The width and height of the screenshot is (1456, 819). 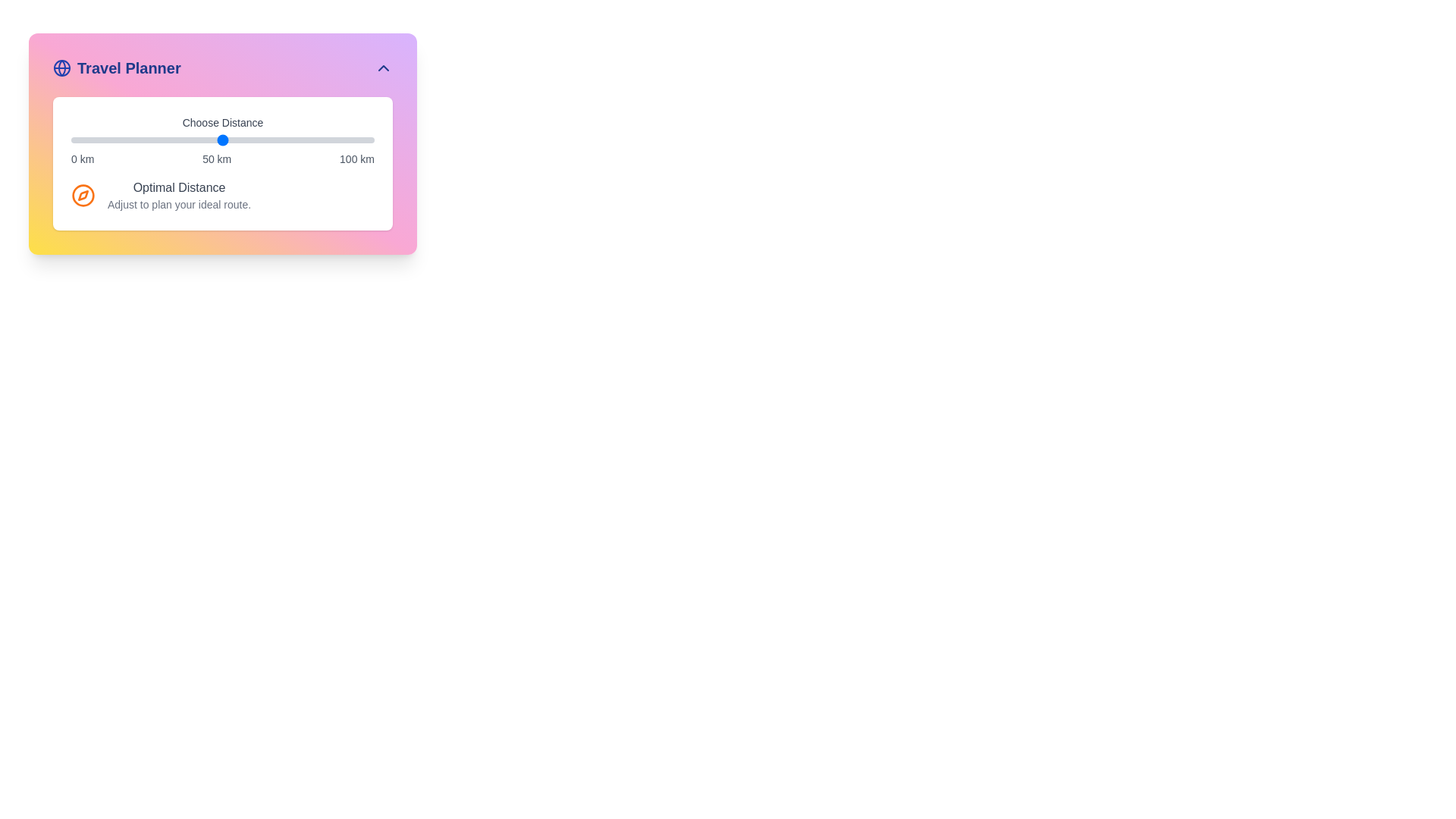 I want to click on the distance slider, so click(x=188, y=140).